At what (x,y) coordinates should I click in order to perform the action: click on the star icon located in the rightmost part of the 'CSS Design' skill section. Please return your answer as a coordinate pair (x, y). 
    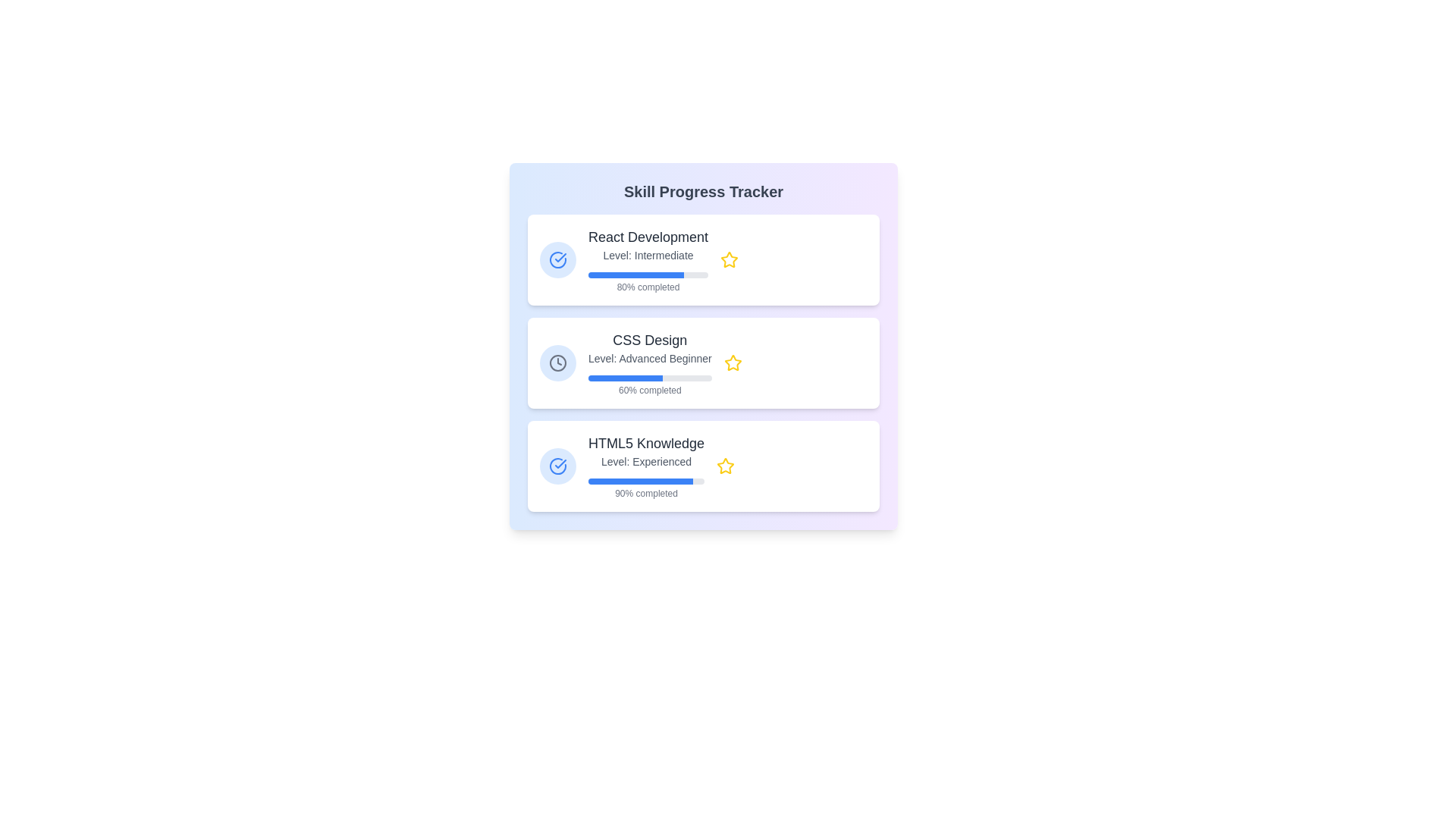
    Looking at the image, I should click on (733, 362).